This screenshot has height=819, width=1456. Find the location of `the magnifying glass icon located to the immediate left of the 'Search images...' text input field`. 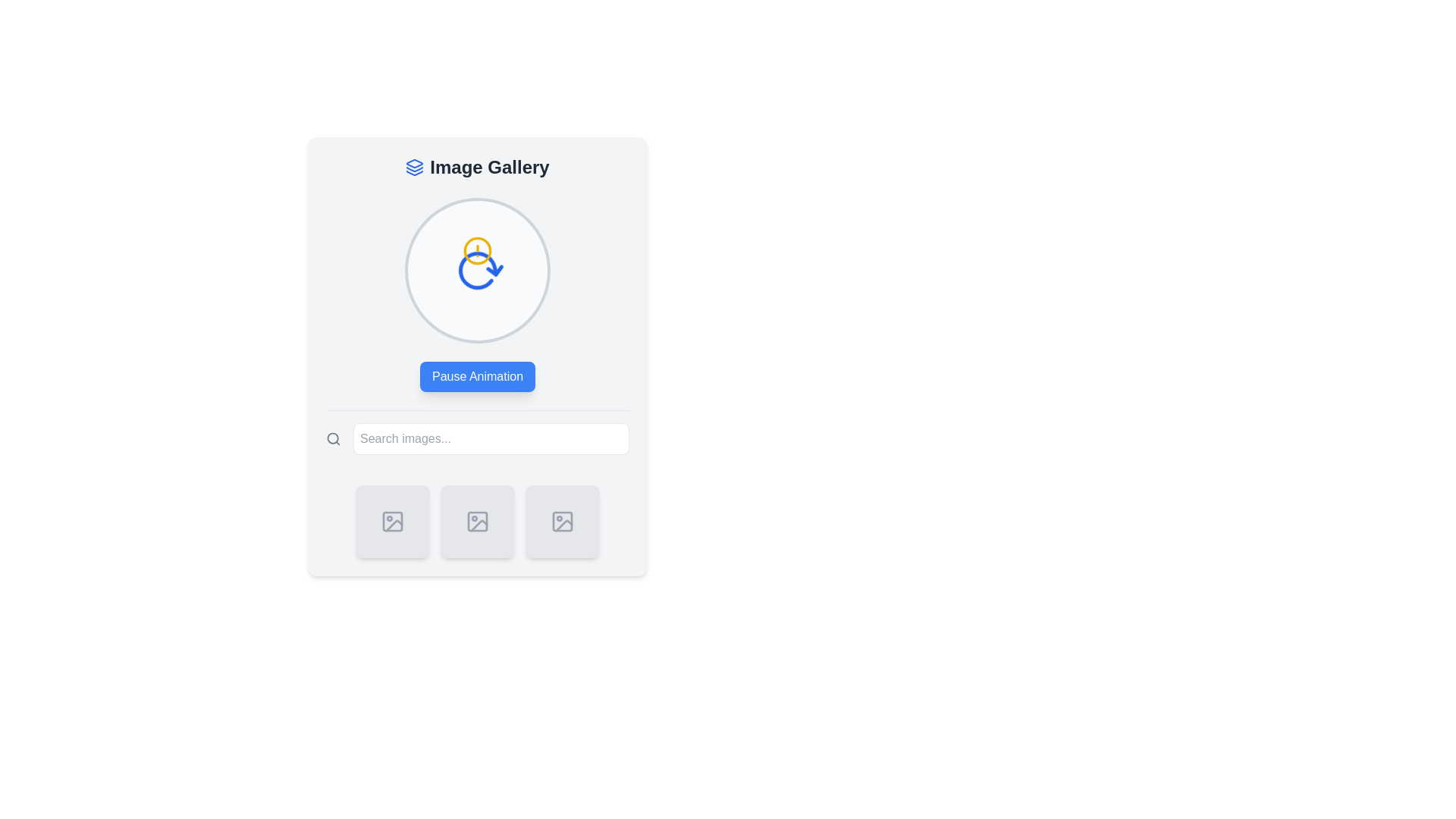

the magnifying glass icon located to the immediate left of the 'Search images...' text input field is located at coordinates (333, 438).